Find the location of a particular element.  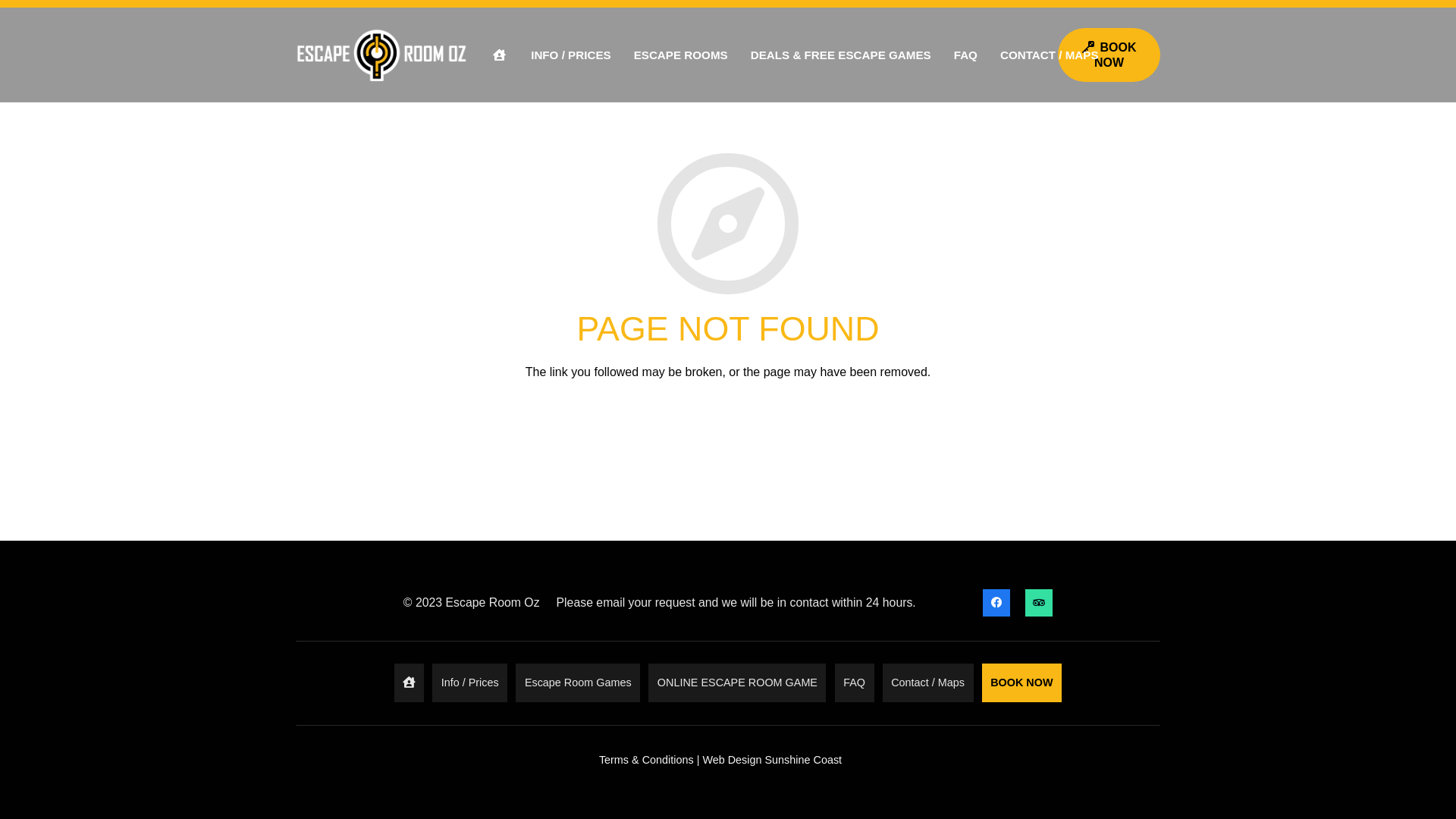

'DEALS & FREE ESCAPE GAMES' is located at coordinates (839, 55).